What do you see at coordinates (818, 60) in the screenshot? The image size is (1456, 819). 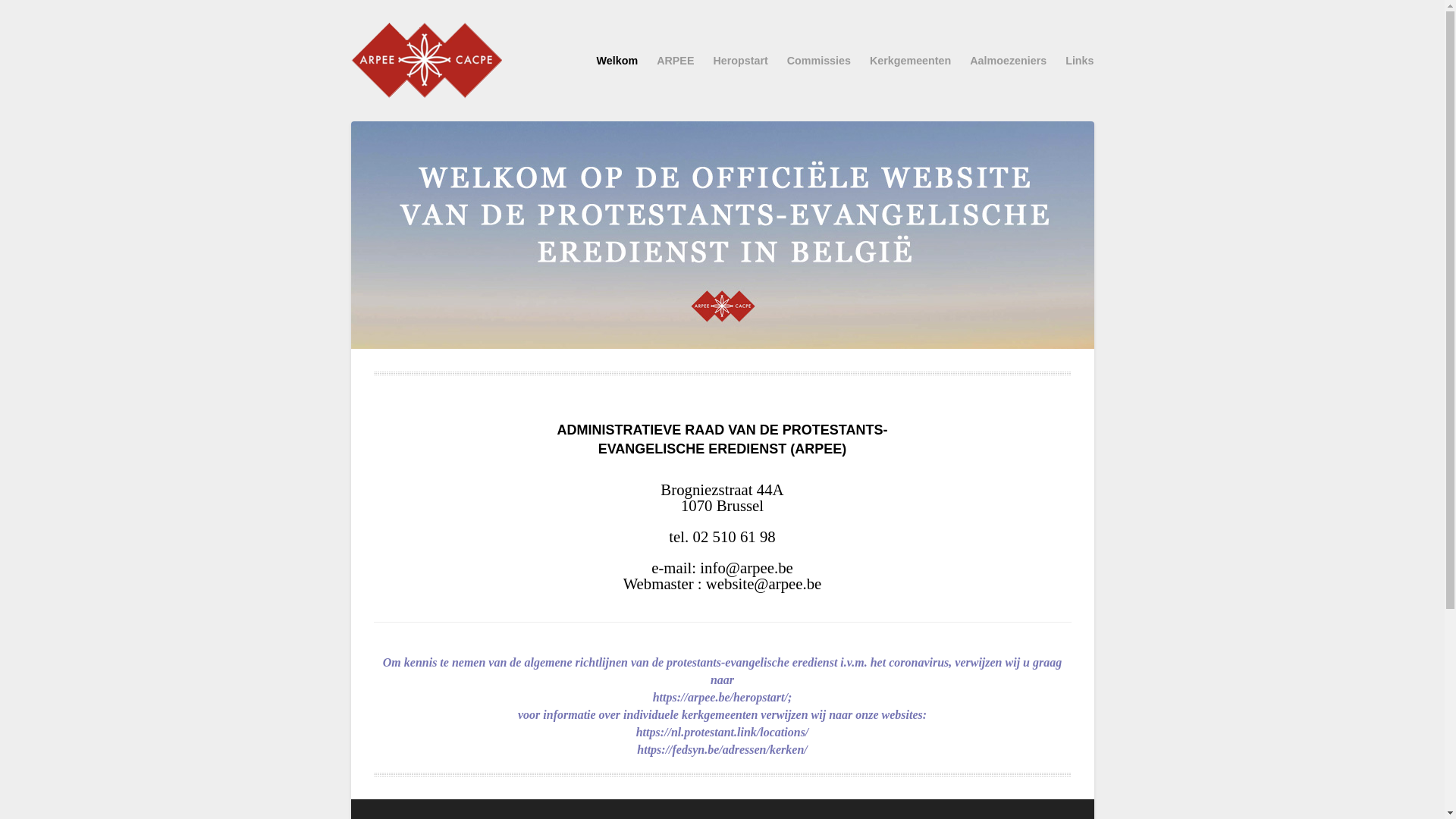 I see `'Commissies'` at bounding box center [818, 60].